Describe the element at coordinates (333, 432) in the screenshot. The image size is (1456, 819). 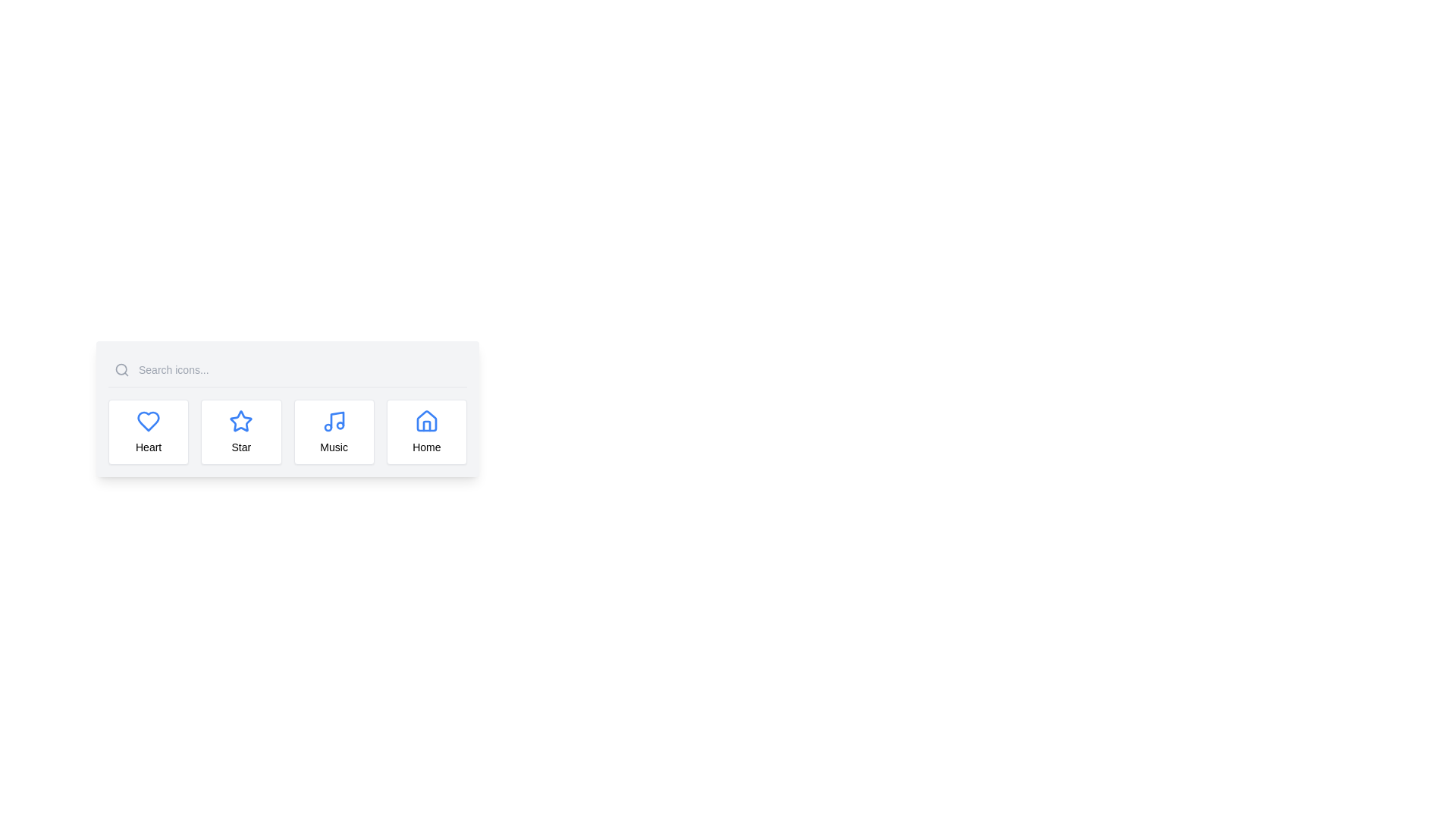
I see `the Music card's icon and label, which features a blue music note icon and the text label 'Music', located in the center-right position of the grid layout` at that location.